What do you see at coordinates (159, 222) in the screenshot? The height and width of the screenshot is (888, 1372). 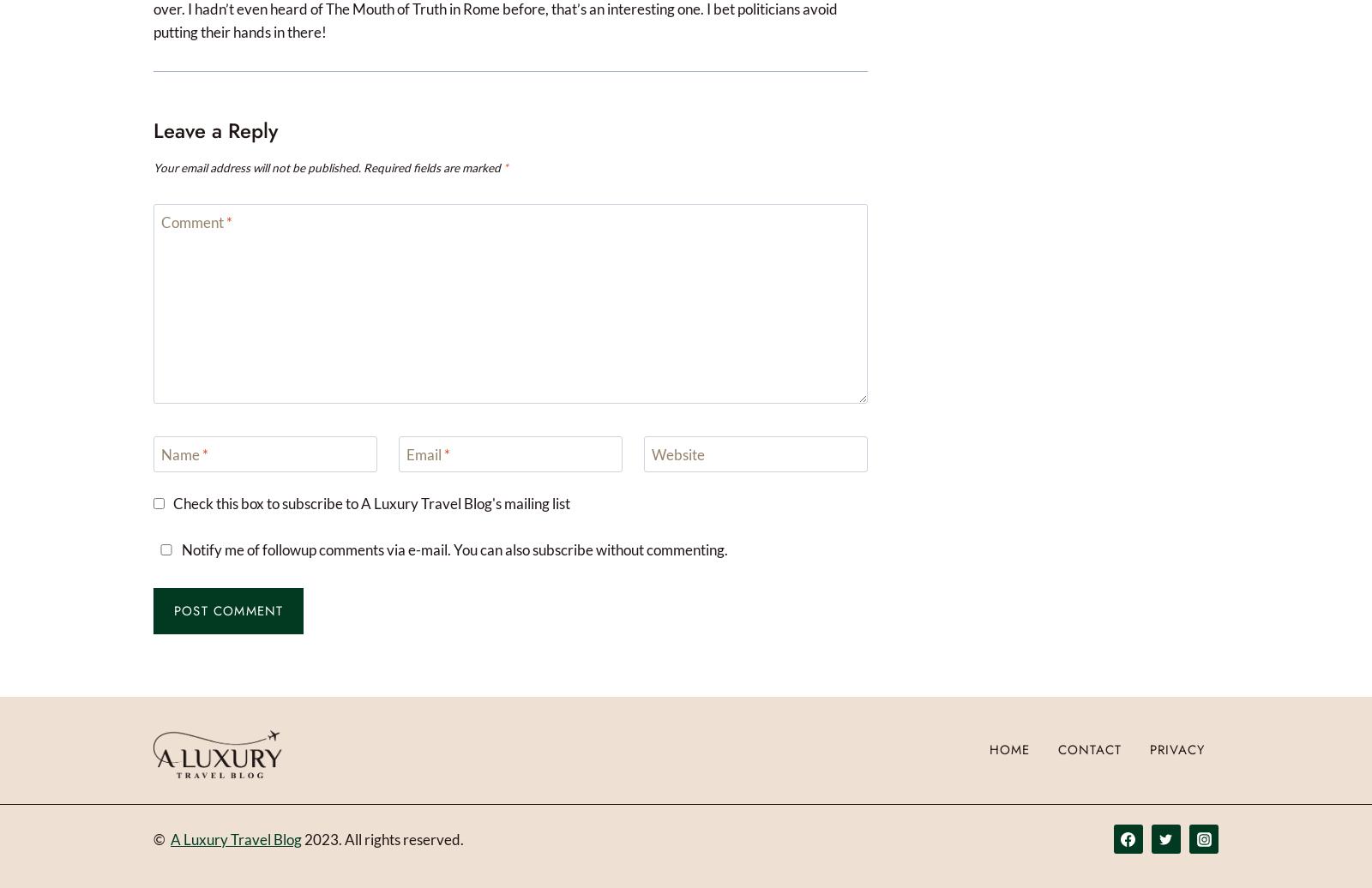 I see `'Comment'` at bounding box center [159, 222].